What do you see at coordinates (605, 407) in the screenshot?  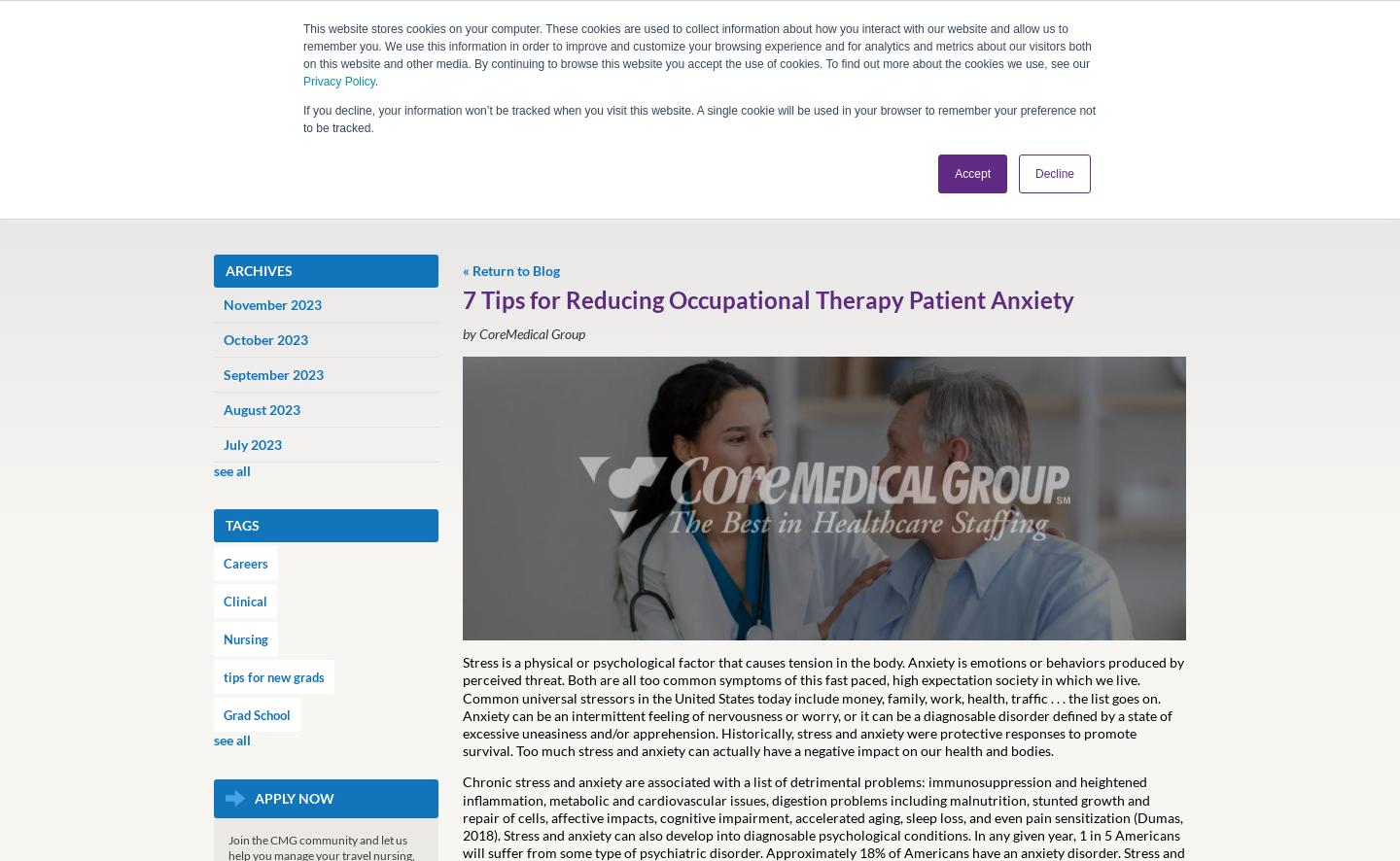 I see `'Interim Healthcare Management'` at bounding box center [605, 407].